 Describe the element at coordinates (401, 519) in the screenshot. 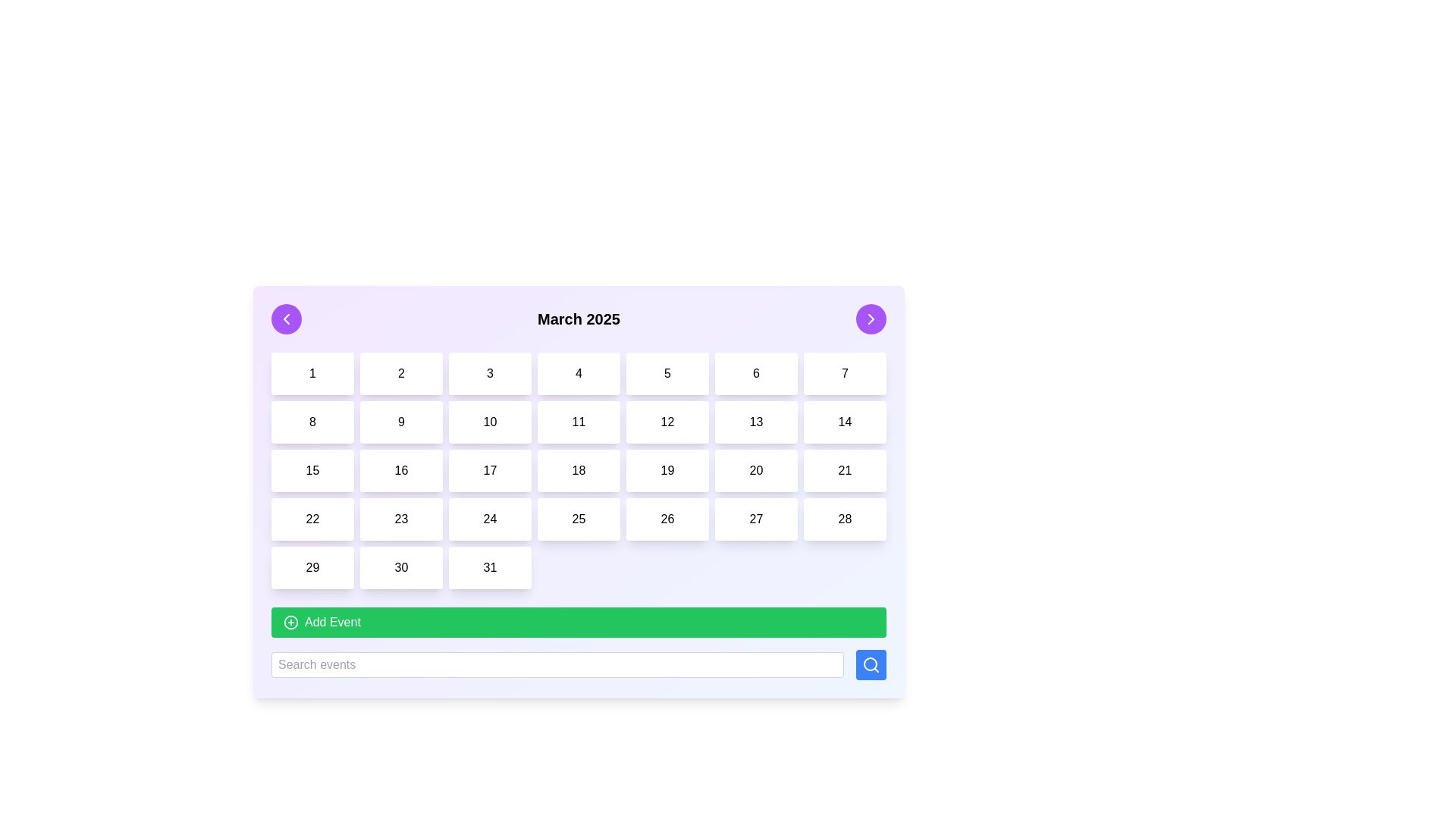

I see `the calendar cell displaying the number '23' which is part of the March 2025 grid layout` at that location.